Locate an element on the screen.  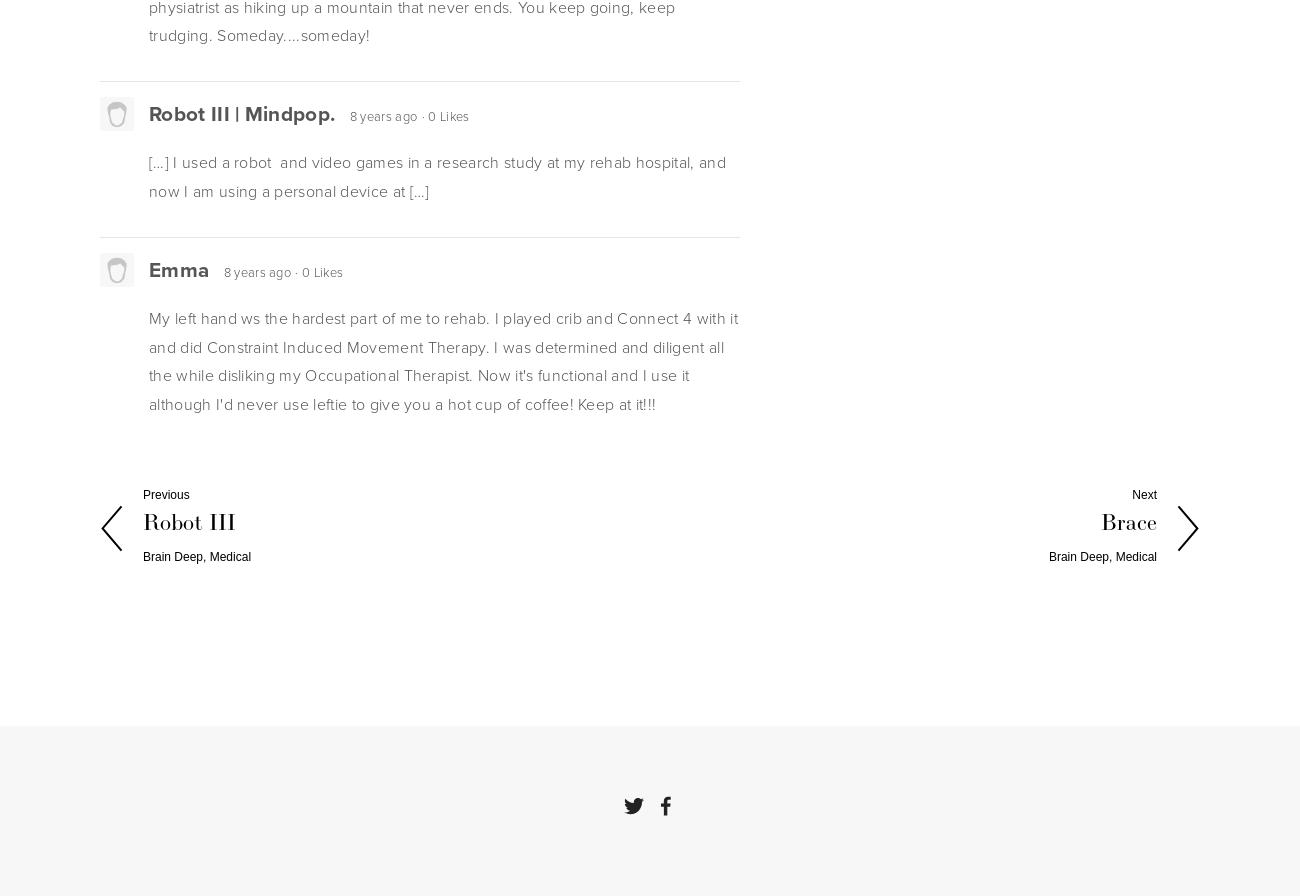
'My left hand ws the hardest part of me to rehab. I played crib and Connect 4 with it and did Constraint Induced Movement Therapy. I was determined and diligent all the while disliking my Occupational Therapist. Now it's functional and I use it although I'd never use leftie to give you a hot cup of coffee! Keep at it!!!' is located at coordinates (442, 360).